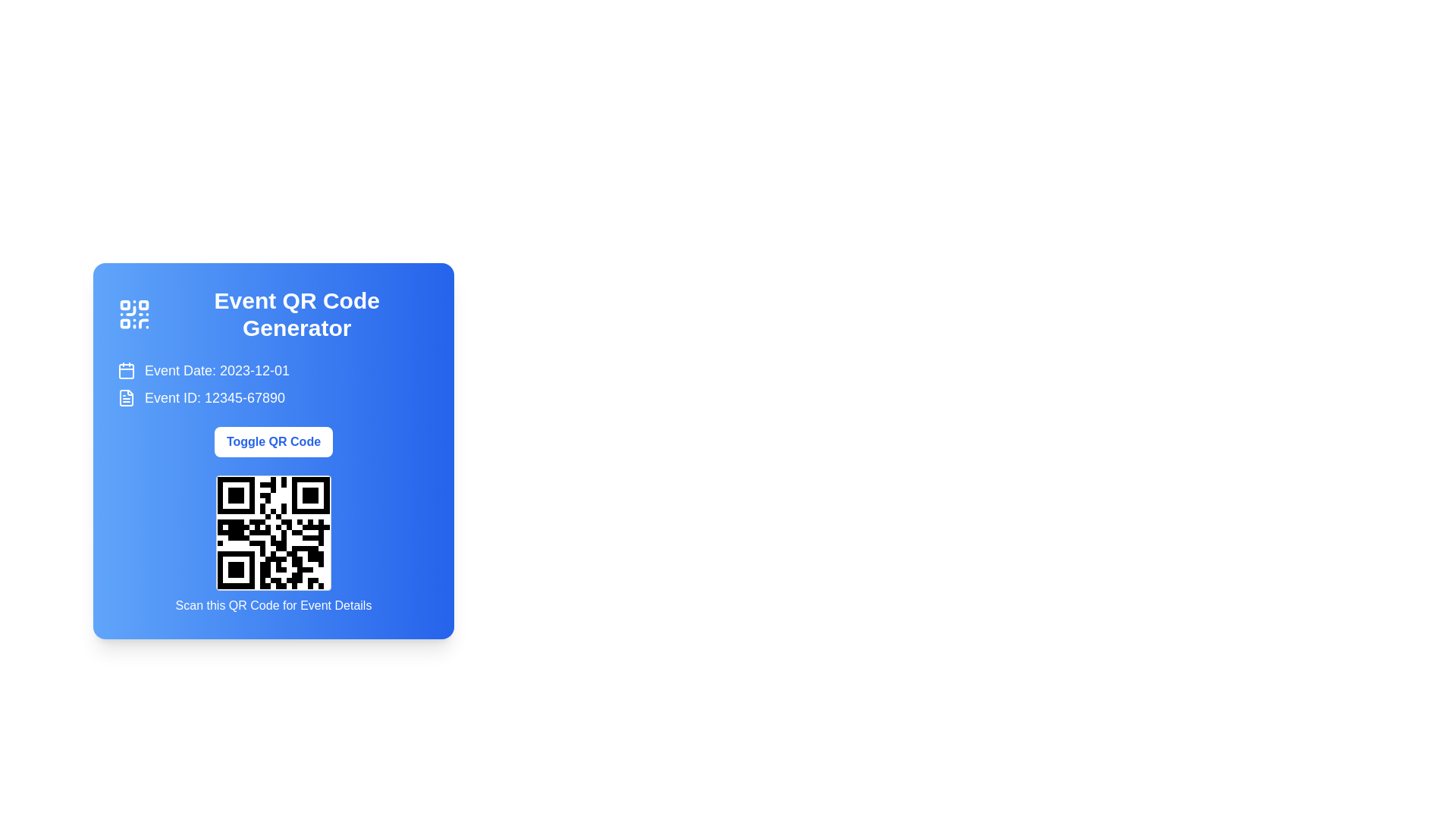 The height and width of the screenshot is (819, 1456). I want to click on the second small square at the top-right corner of the QR code icon, located near the header text 'Event QR Code Generator', so click(144, 305).